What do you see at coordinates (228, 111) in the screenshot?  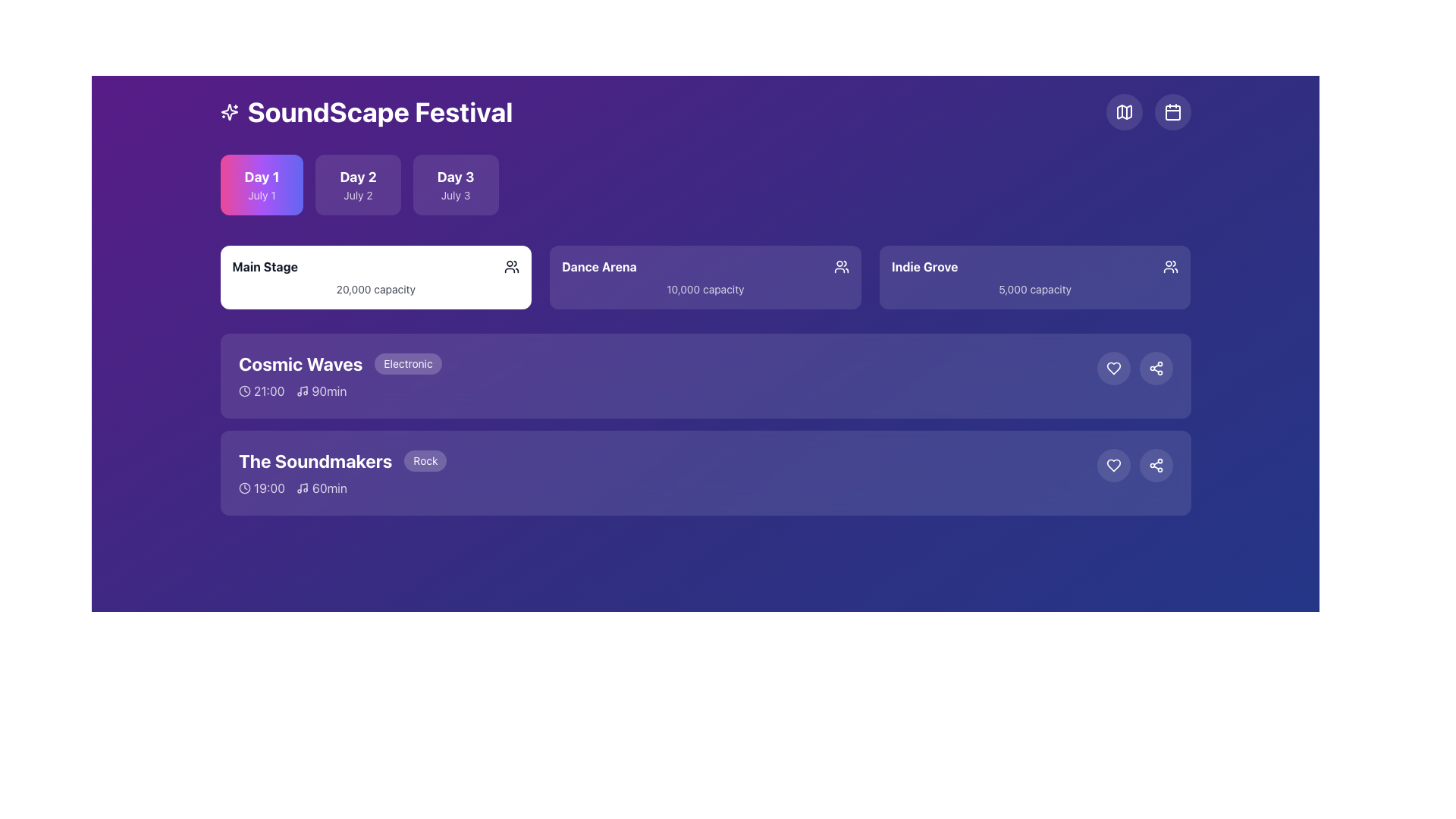 I see `the decorative starburst icon located at the top-left corner of the interface, adjacent to the 'SoundScape Festival' heading` at bounding box center [228, 111].